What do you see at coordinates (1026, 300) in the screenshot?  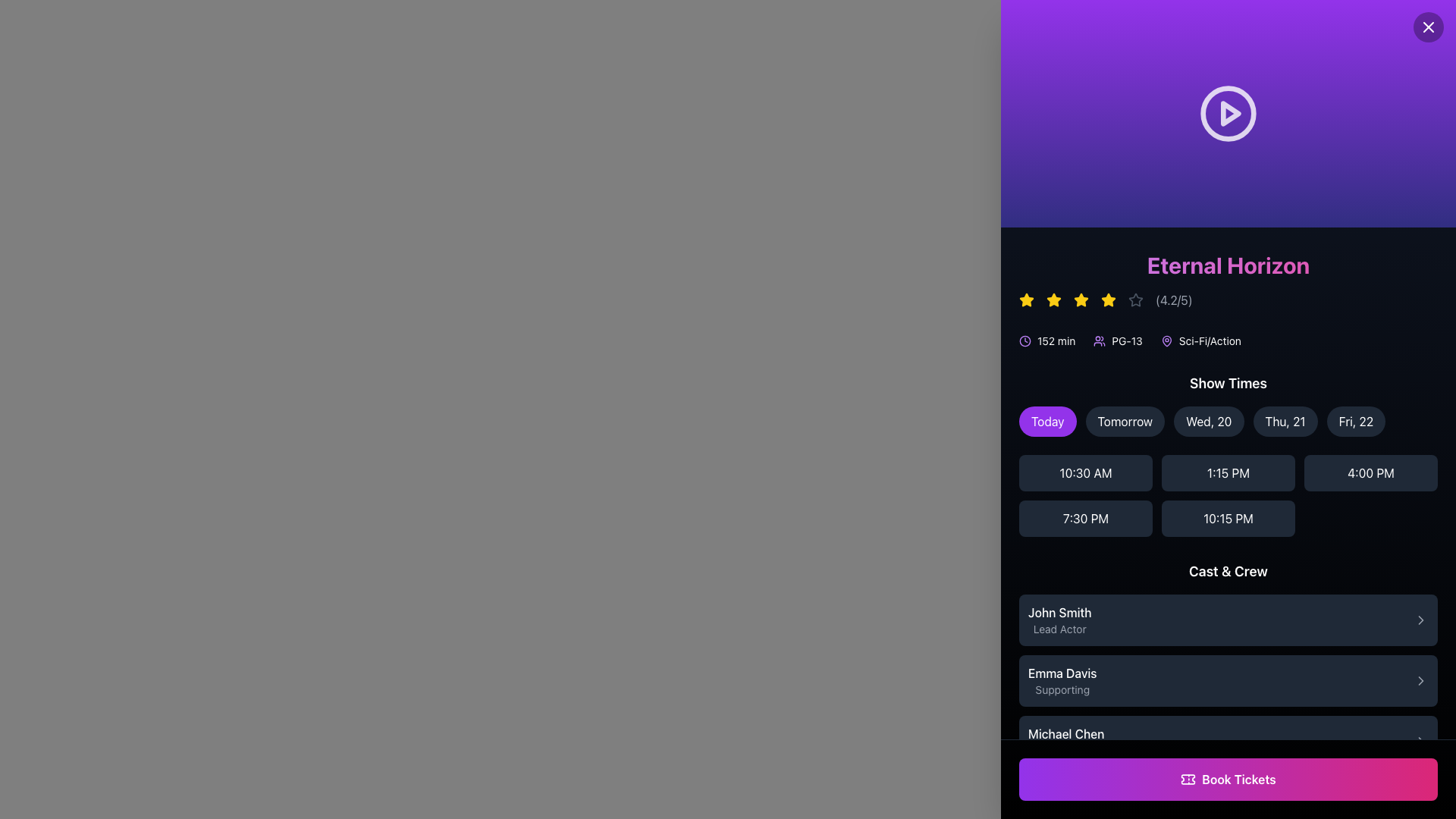 I see `the first filled star icon in the movie rating component` at bounding box center [1026, 300].